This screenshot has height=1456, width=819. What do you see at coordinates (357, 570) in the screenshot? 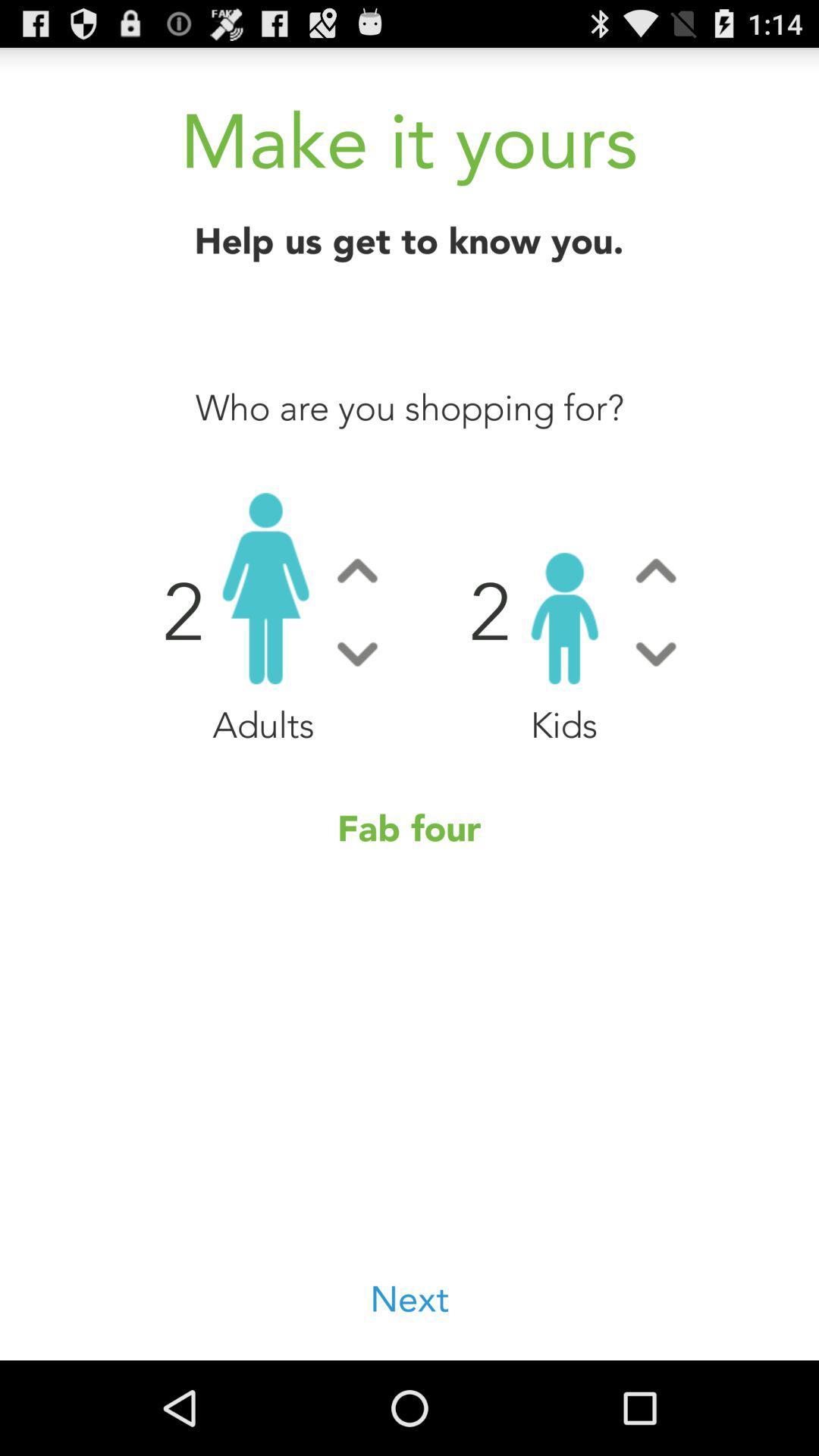
I see `move up` at bounding box center [357, 570].